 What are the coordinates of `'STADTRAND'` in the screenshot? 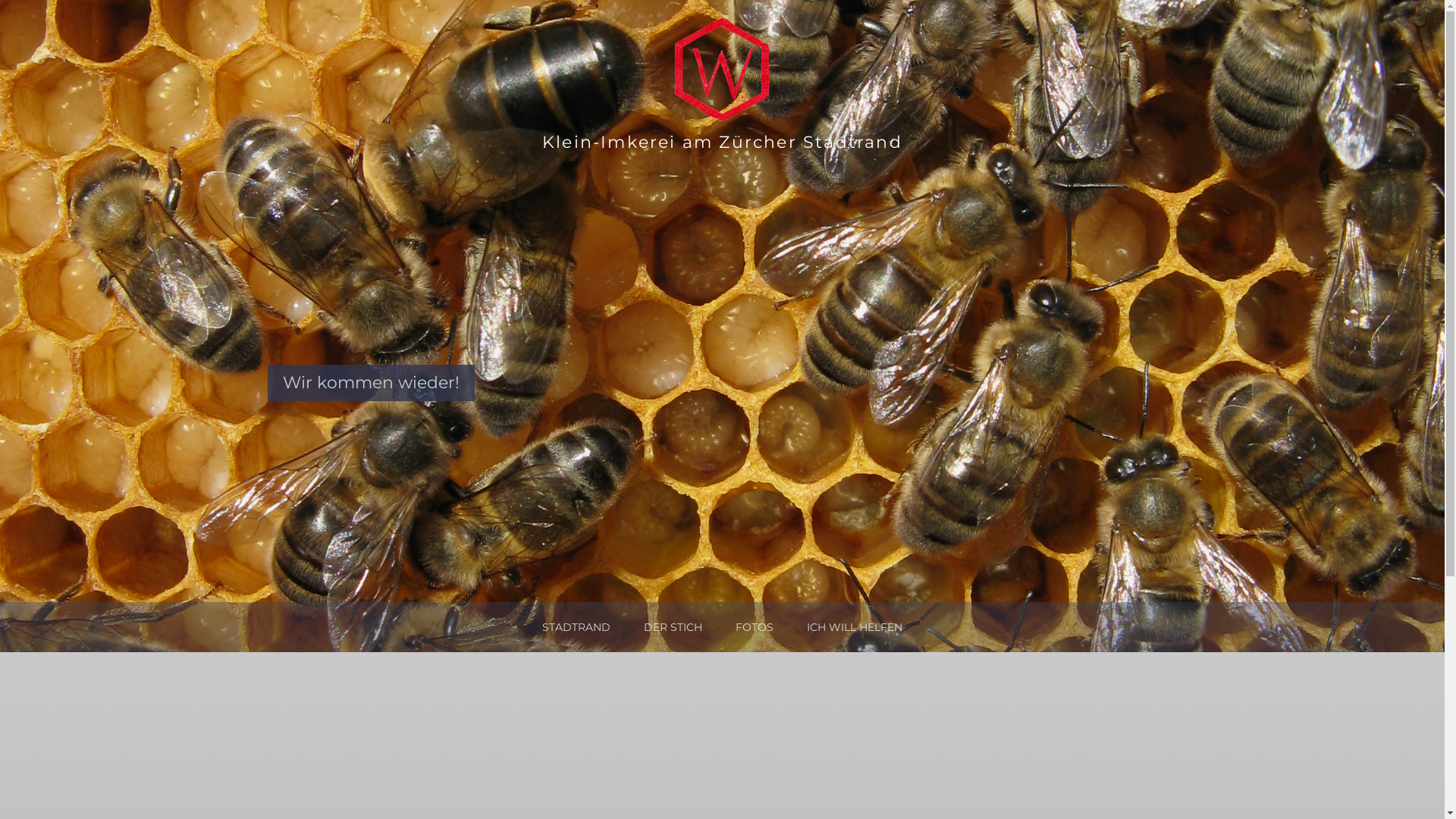 It's located at (575, 626).